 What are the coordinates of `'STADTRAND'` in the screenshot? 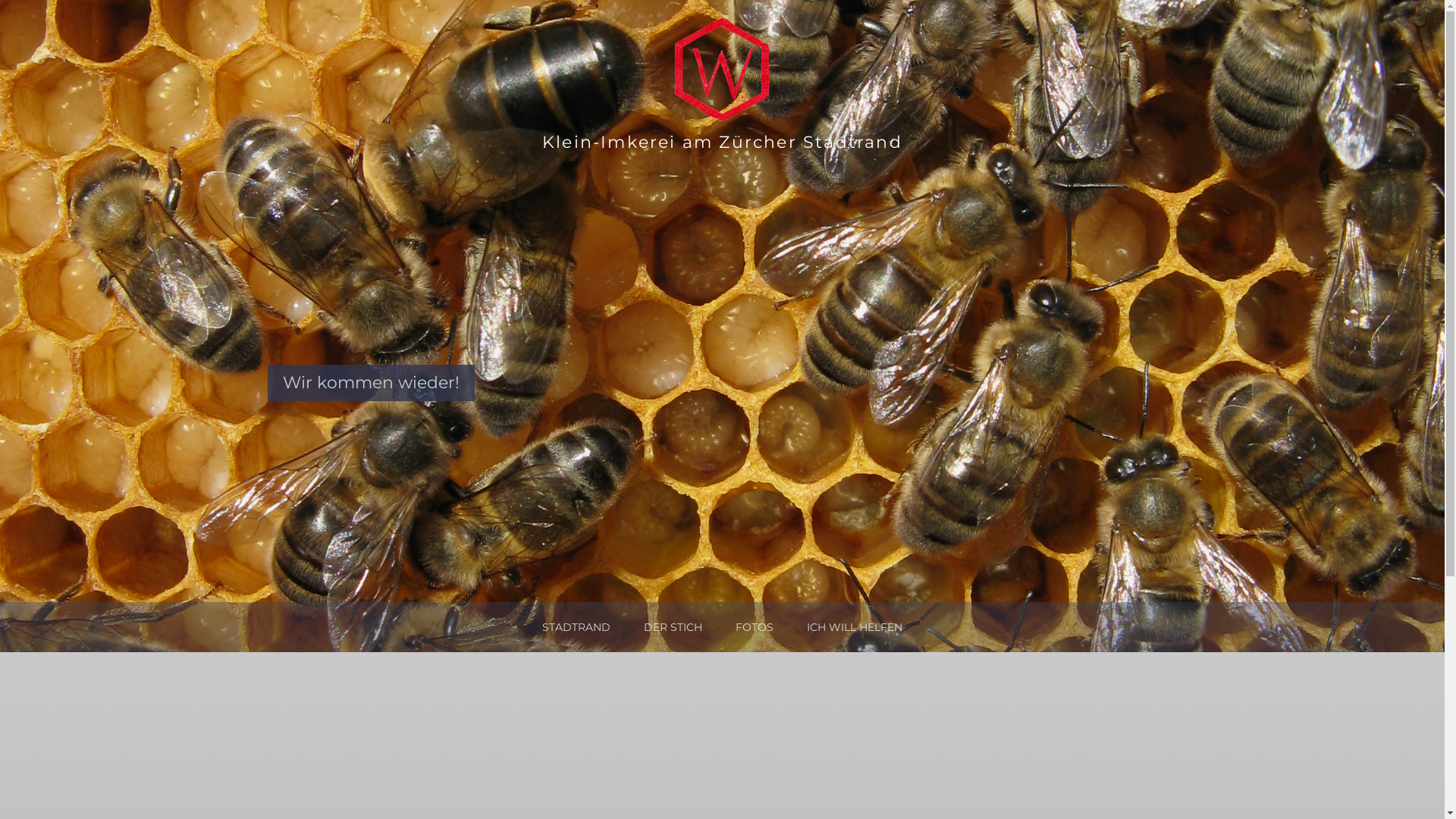 It's located at (575, 626).